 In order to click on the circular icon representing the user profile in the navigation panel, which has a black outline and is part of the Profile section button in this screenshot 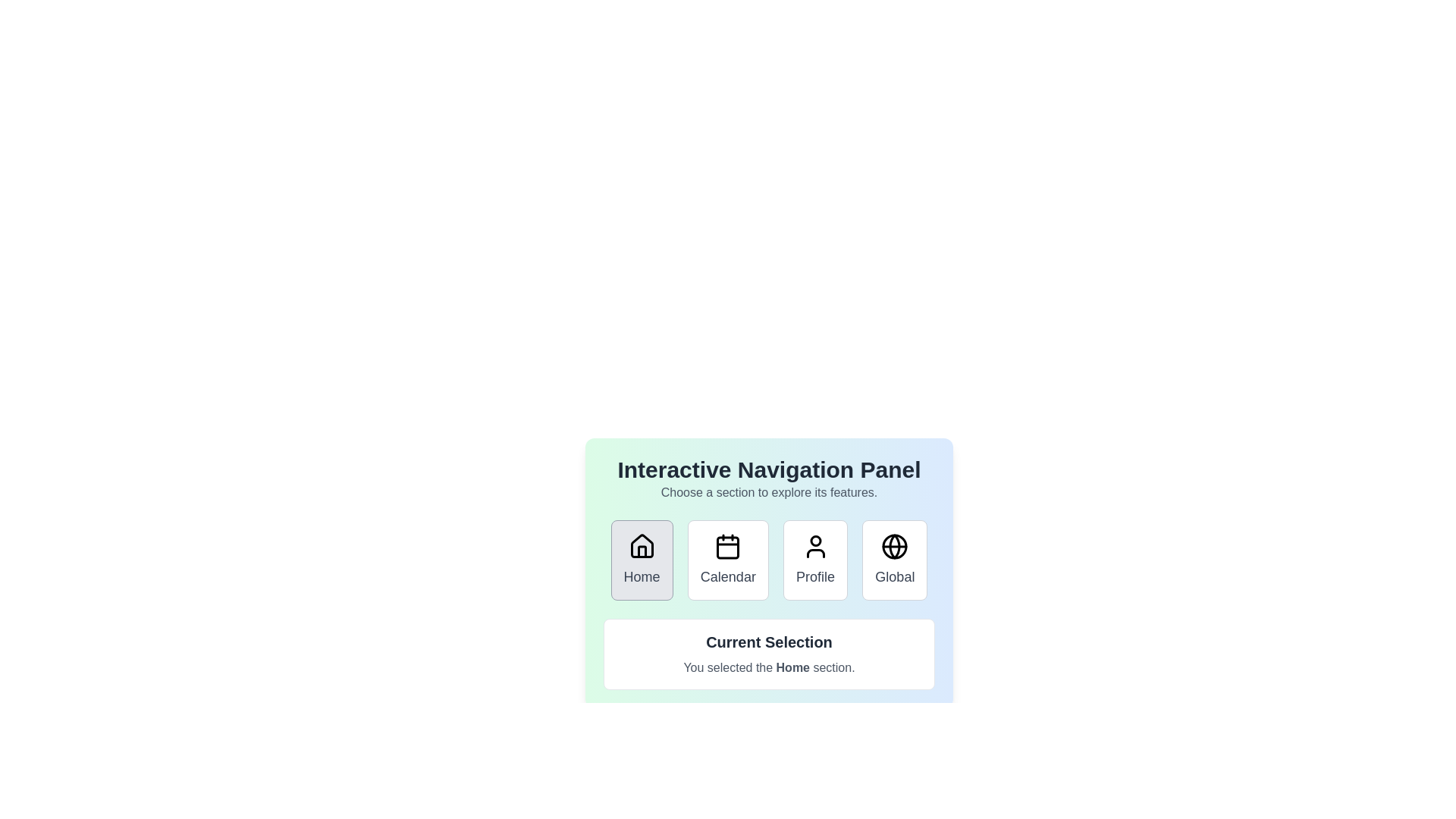, I will do `click(814, 540)`.